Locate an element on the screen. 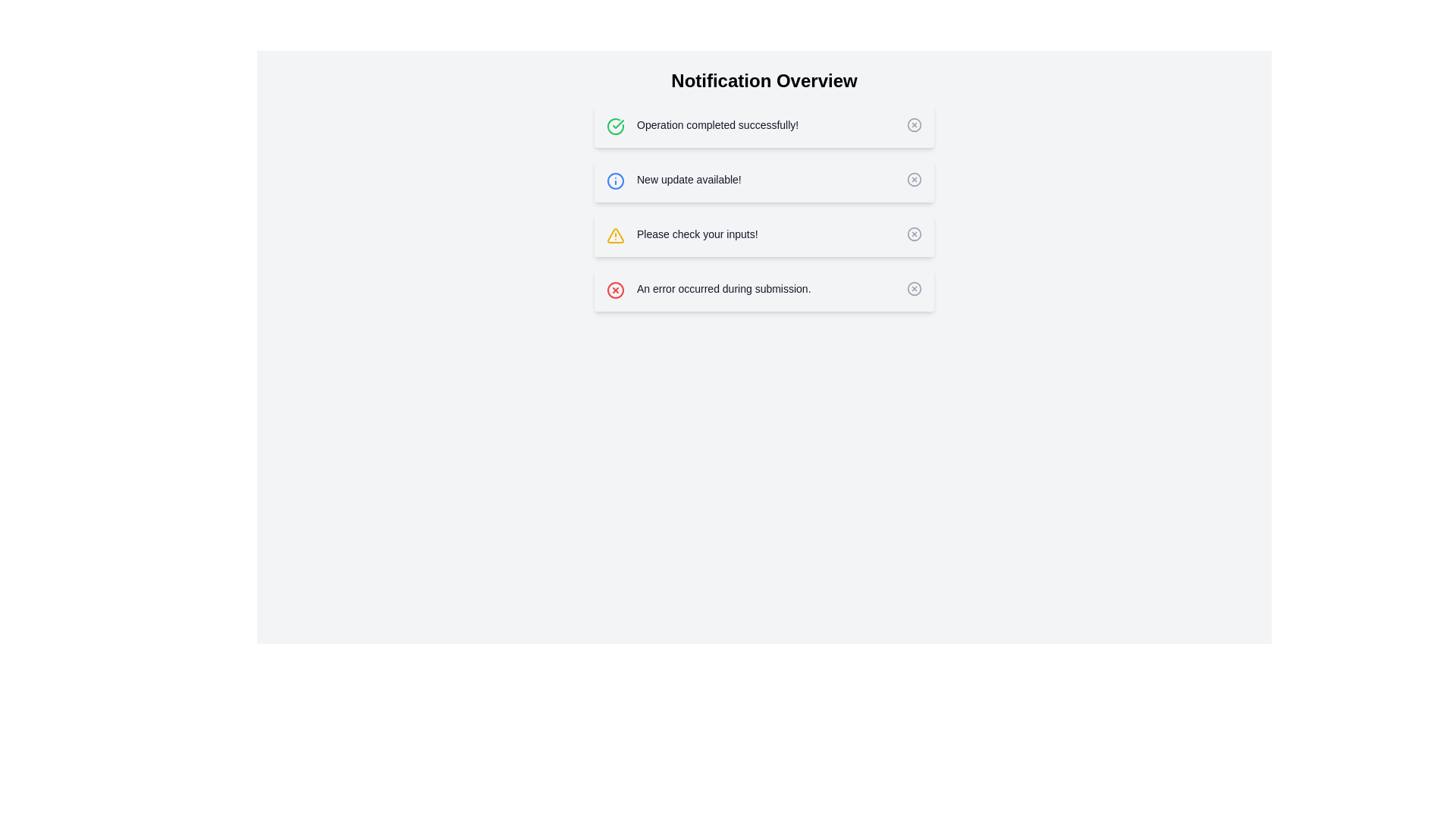 The width and height of the screenshot is (1456, 819). heading text 'Notification Overview' which is a bold and larger title indicating the main heading of the notifications section is located at coordinates (764, 81).